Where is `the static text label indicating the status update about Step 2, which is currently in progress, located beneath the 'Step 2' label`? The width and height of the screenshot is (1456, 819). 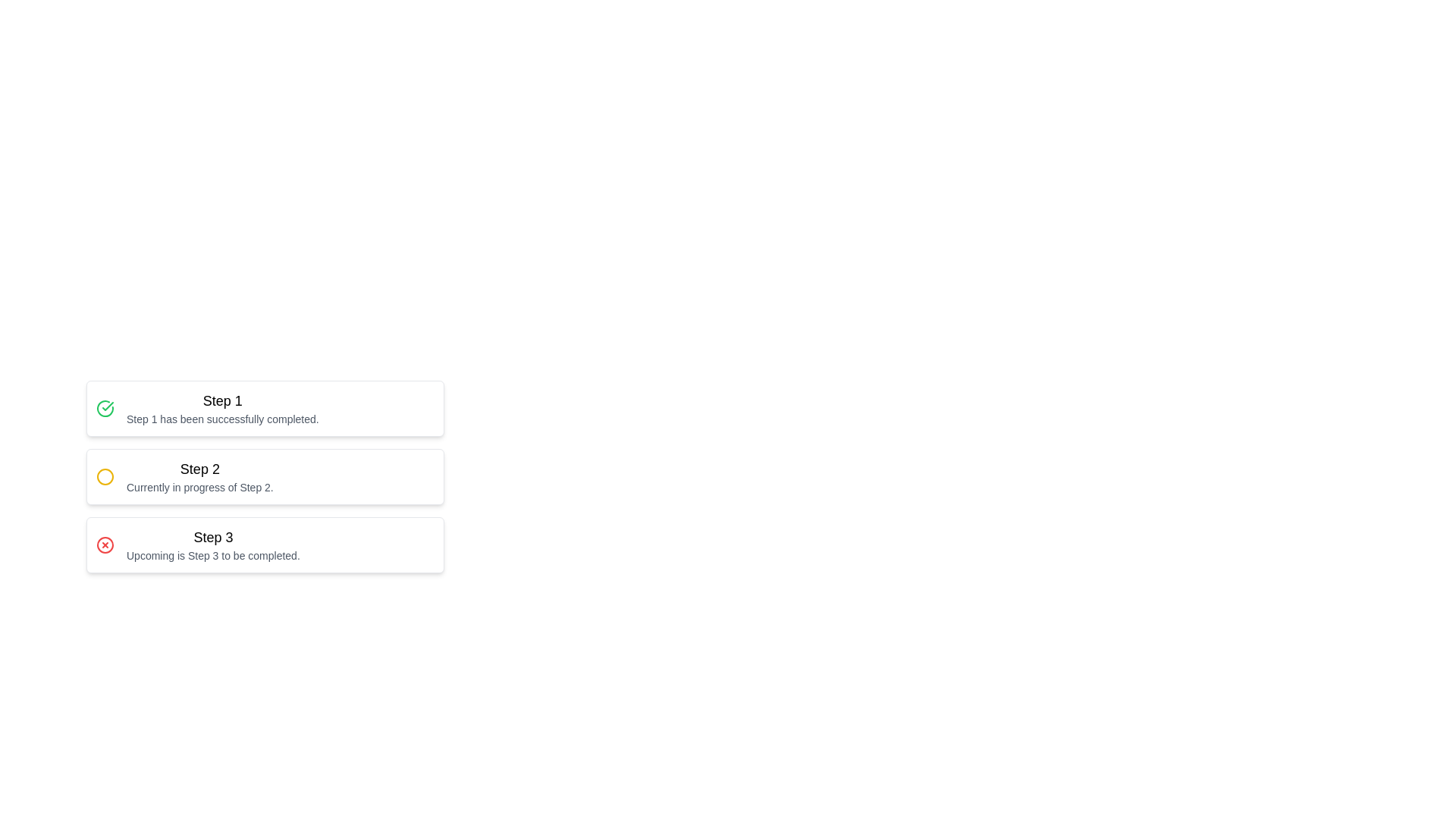 the static text label indicating the status update about Step 2, which is currently in progress, located beneath the 'Step 2' label is located at coordinates (199, 488).